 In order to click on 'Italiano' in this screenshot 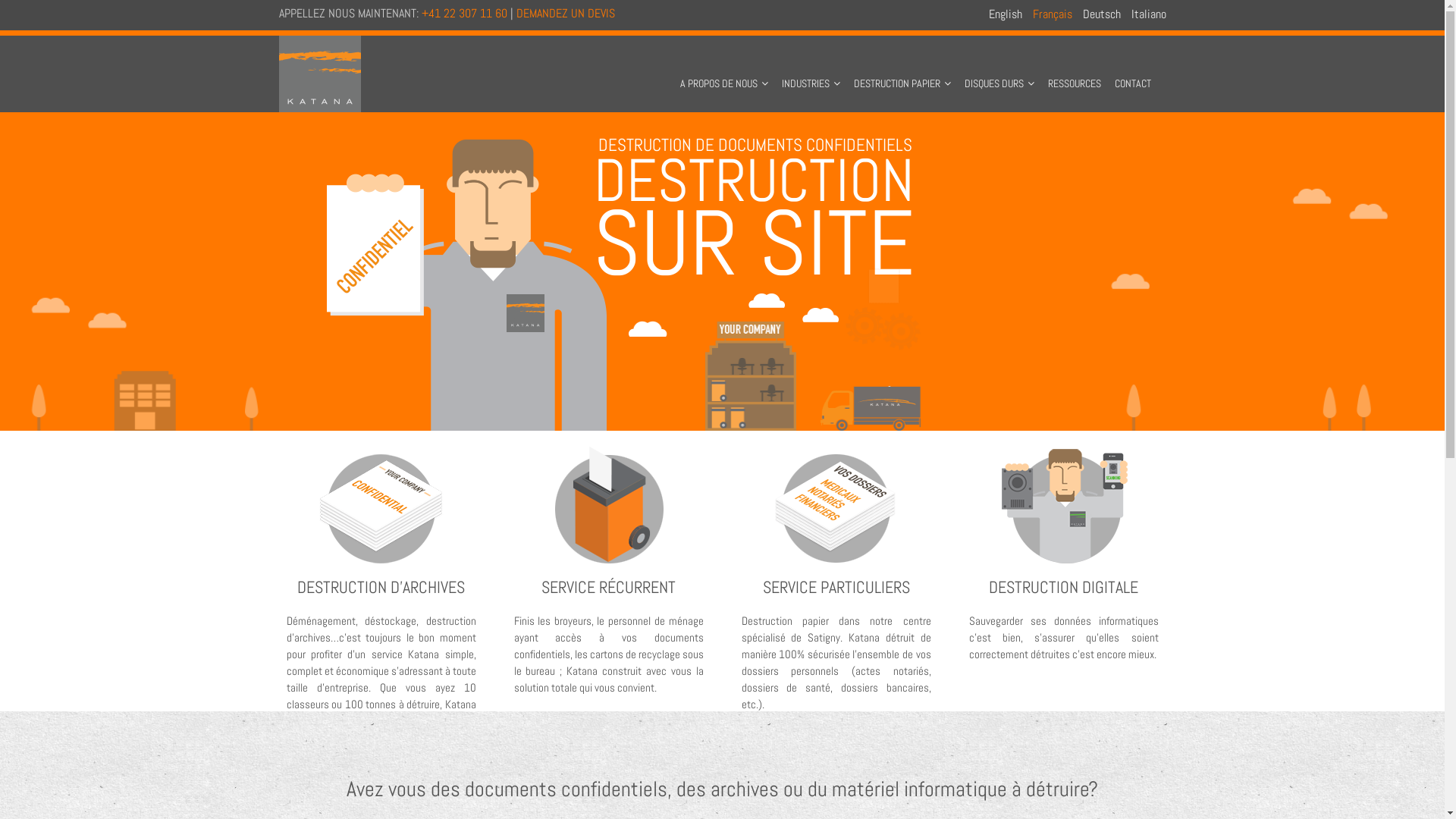, I will do `click(1149, 14)`.